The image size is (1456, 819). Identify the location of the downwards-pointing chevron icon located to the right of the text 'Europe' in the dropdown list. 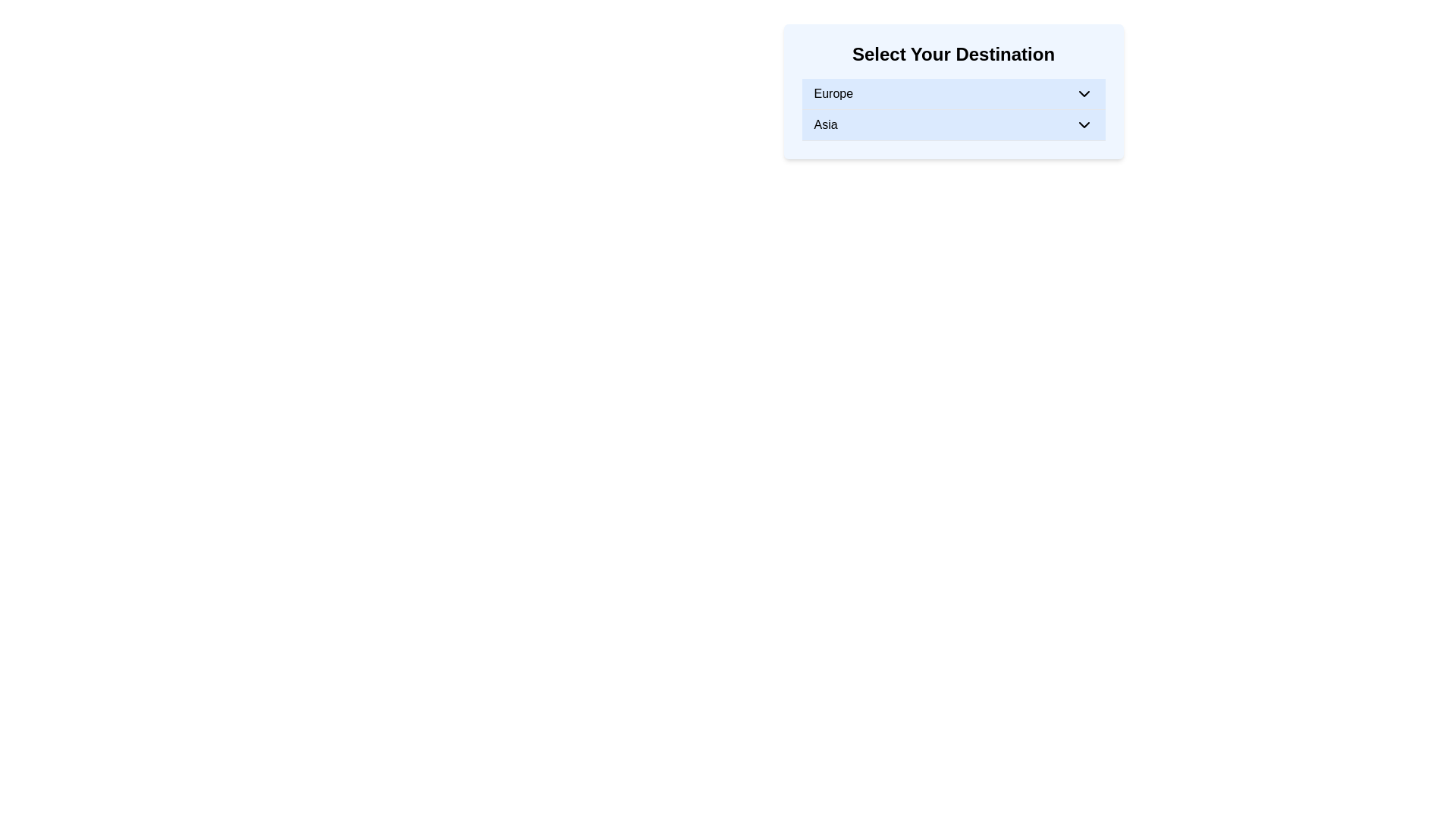
(1083, 93).